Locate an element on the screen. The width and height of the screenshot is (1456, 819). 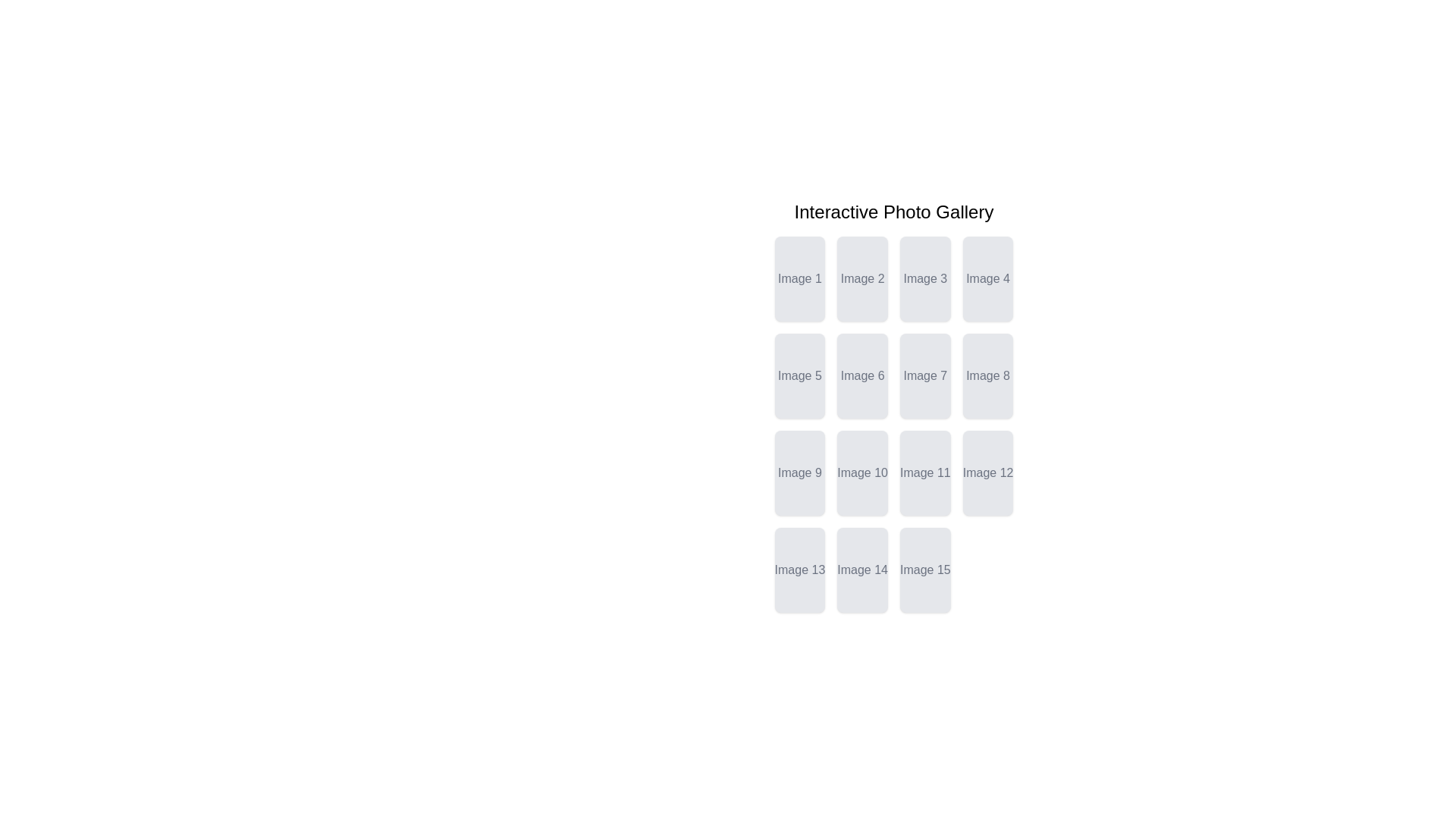
the rectangular card component containing the text 'Image 12', which has a light gray background and dark gray centered text, located in the last column of the third row of the grid is located at coordinates (988, 472).